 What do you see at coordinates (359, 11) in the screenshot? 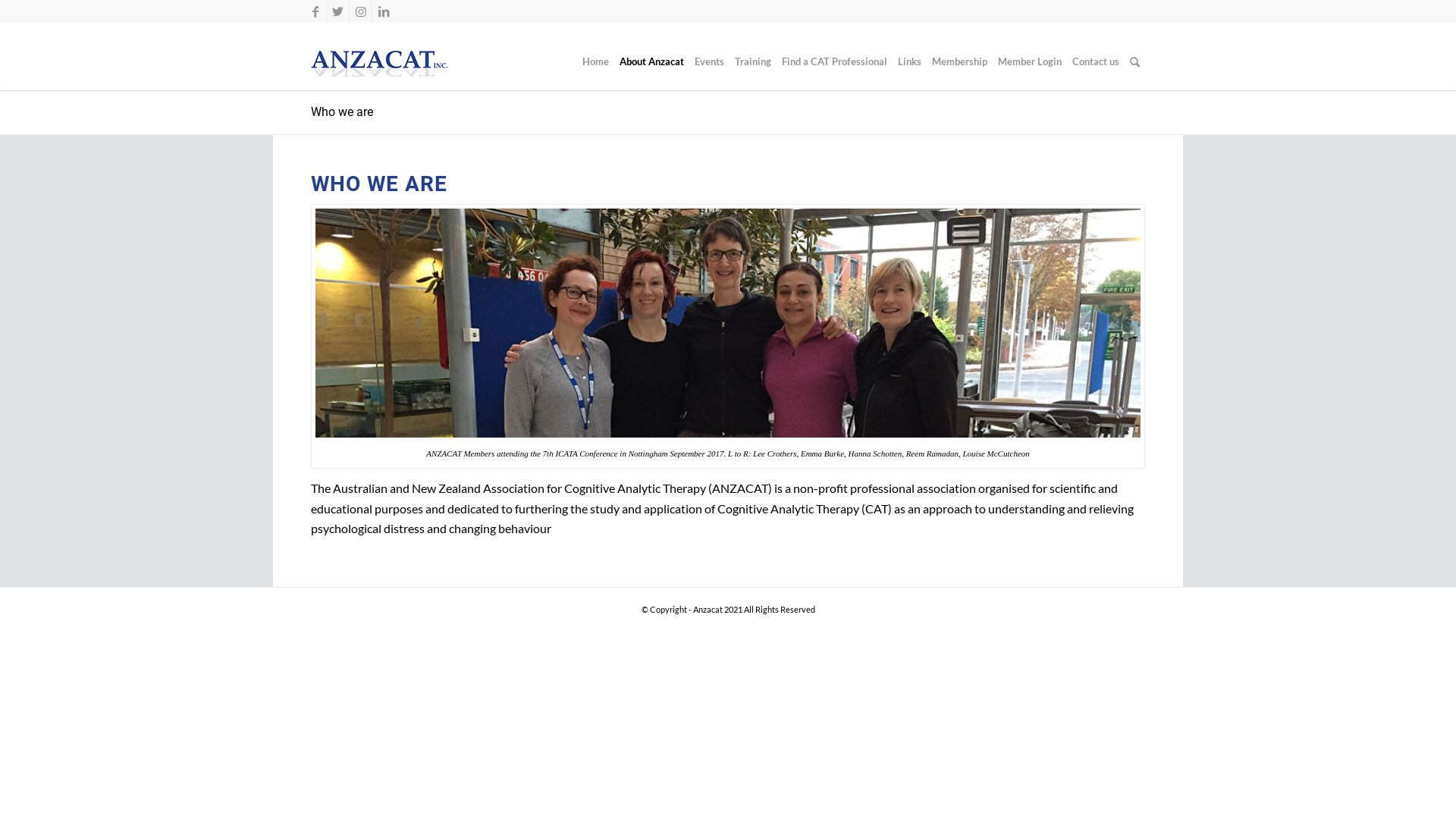
I see `'Instagram'` at bounding box center [359, 11].